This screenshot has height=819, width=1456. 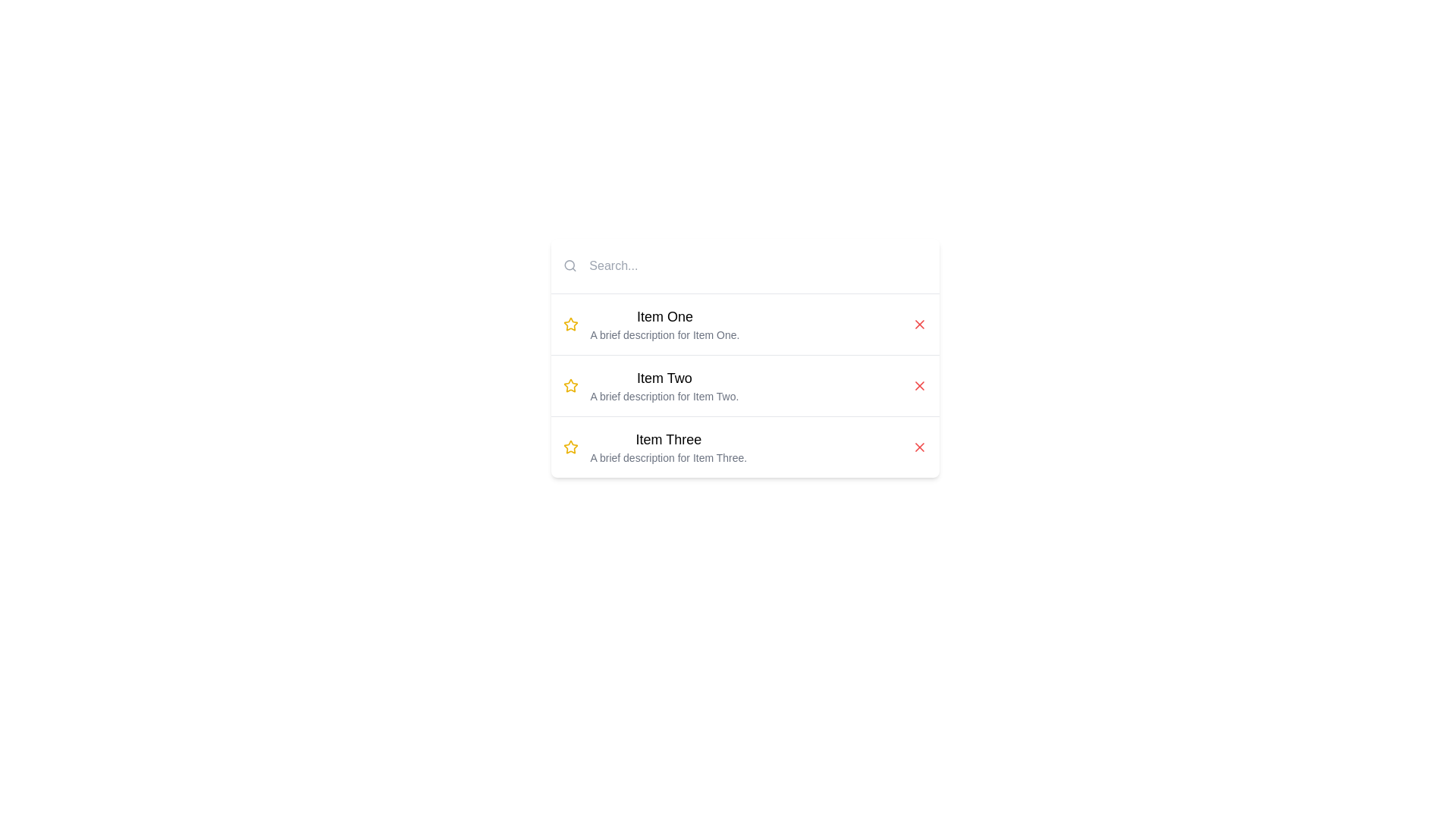 I want to click on the diagonal line element forming part of the 'X' shape in the SVG icon located to the right of 'Item Two', so click(x=918, y=385).